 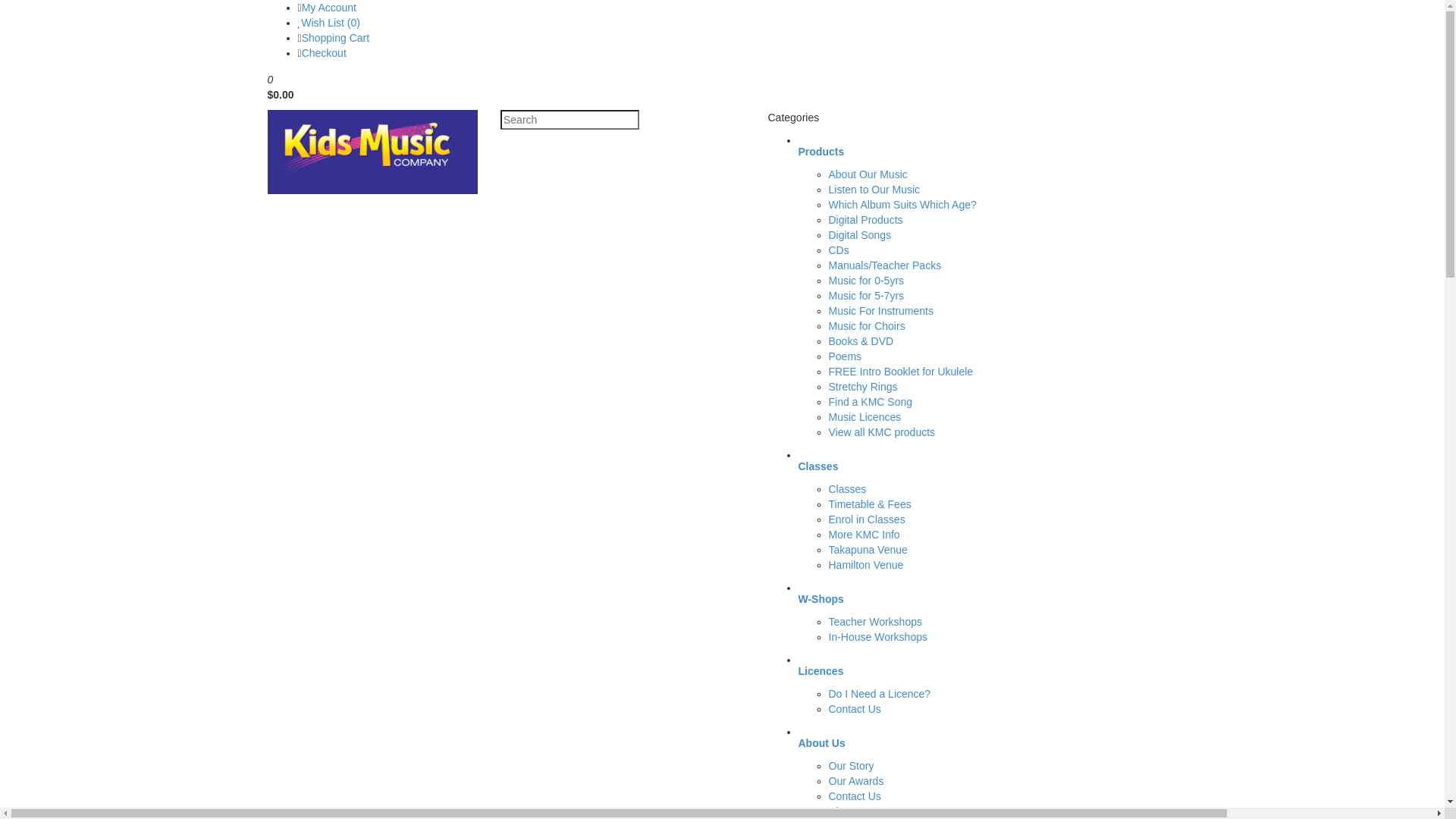 I want to click on 'Manuals/Teacher Packs', so click(x=884, y=265).